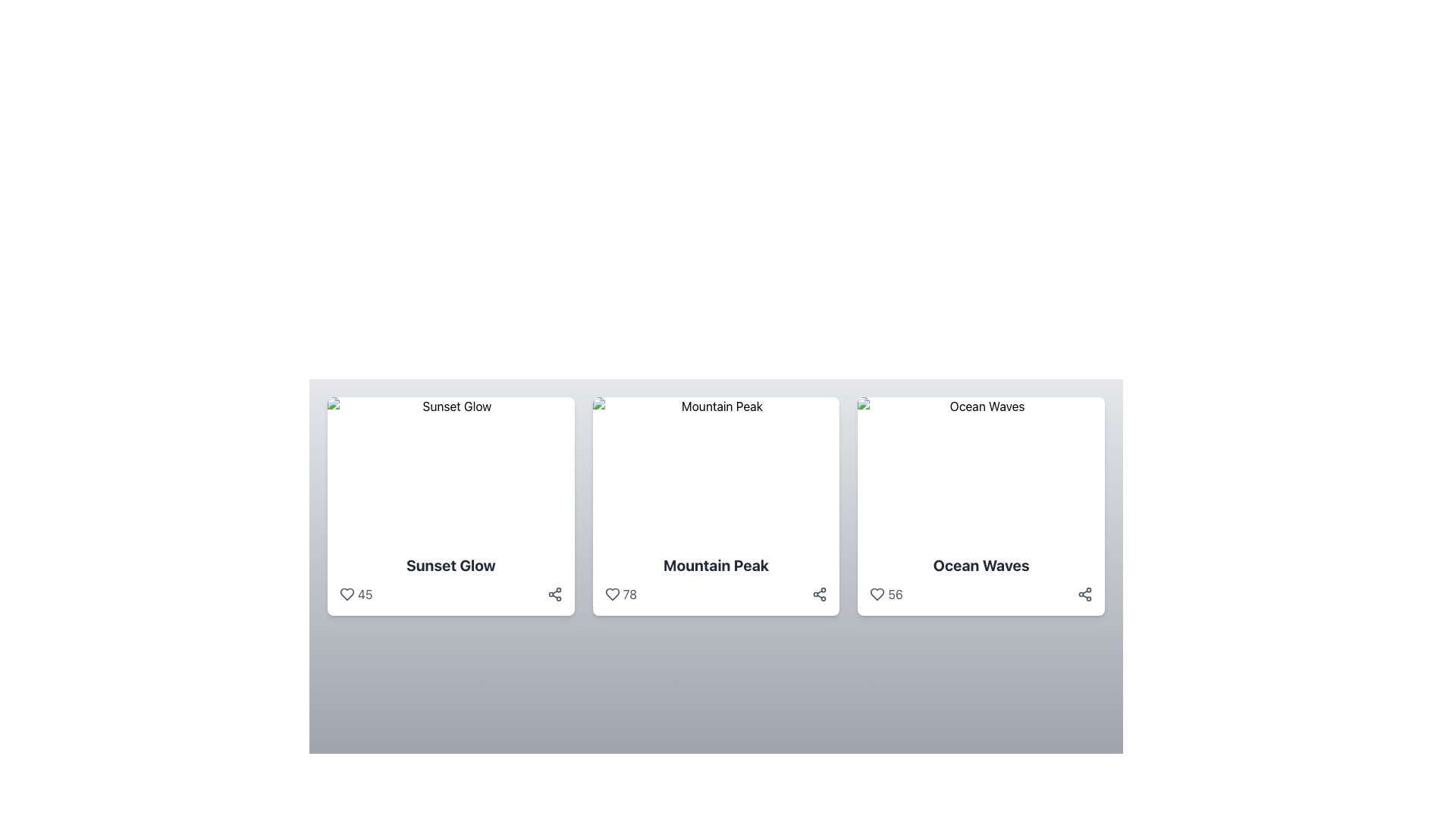  I want to click on like count displayed next to the gray heart icon in the Interactive Like Display, which shows the number '56', so click(886, 593).